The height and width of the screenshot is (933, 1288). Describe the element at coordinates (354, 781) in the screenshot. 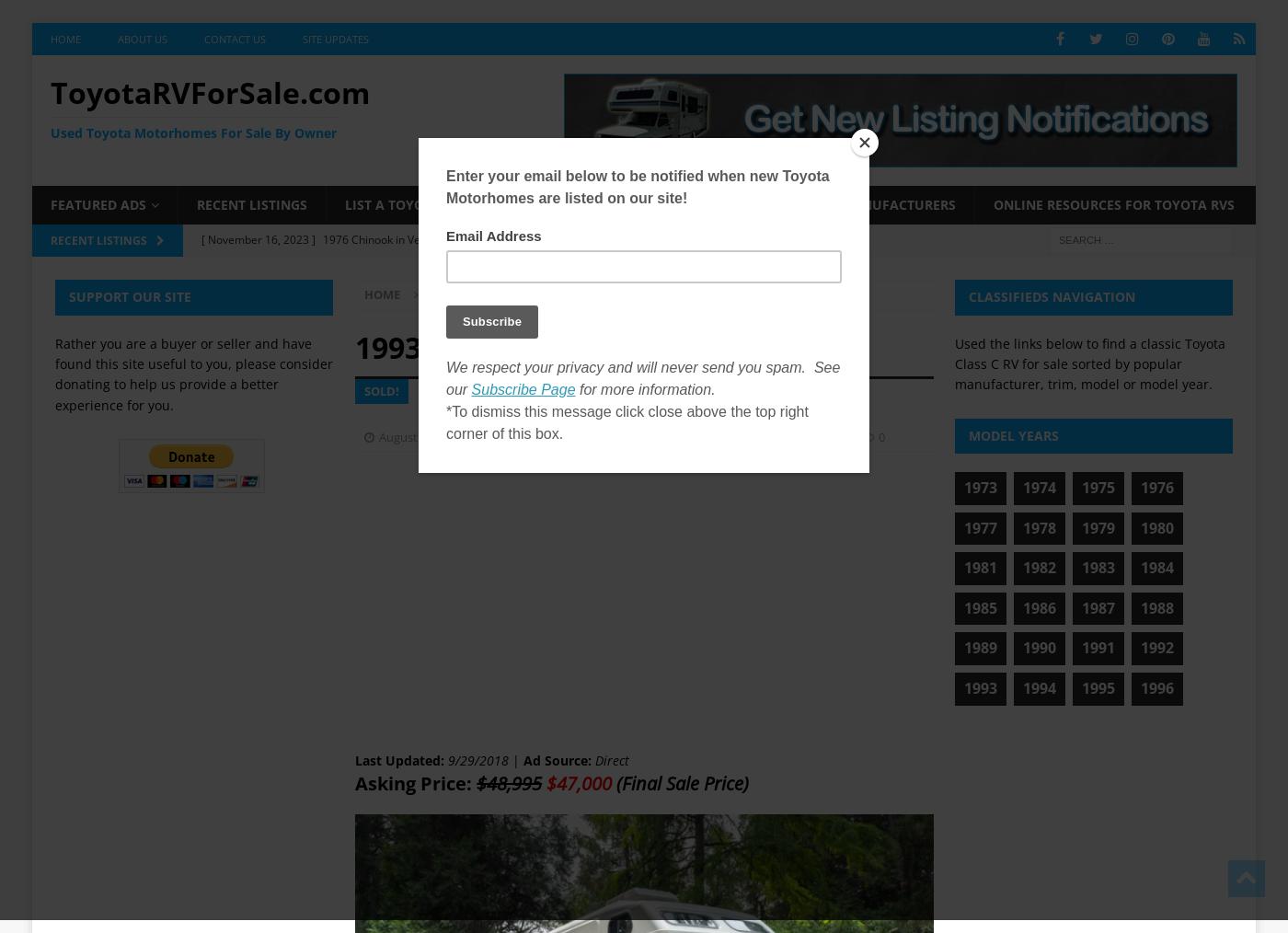

I see `'Asking Price:'` at that location.